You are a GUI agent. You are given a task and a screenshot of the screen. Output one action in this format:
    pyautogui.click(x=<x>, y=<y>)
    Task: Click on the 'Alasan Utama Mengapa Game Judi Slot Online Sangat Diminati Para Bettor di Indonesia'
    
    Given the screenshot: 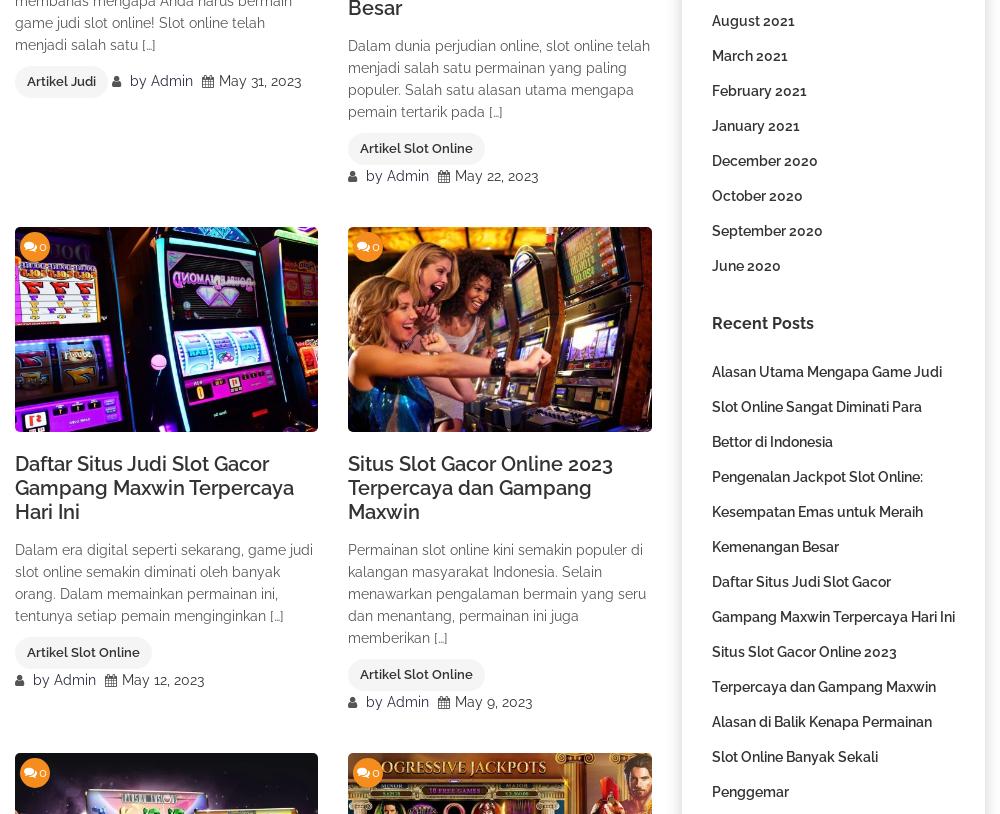 What is the action you would take?
    pyautogui.click(x=825, y=407)
    